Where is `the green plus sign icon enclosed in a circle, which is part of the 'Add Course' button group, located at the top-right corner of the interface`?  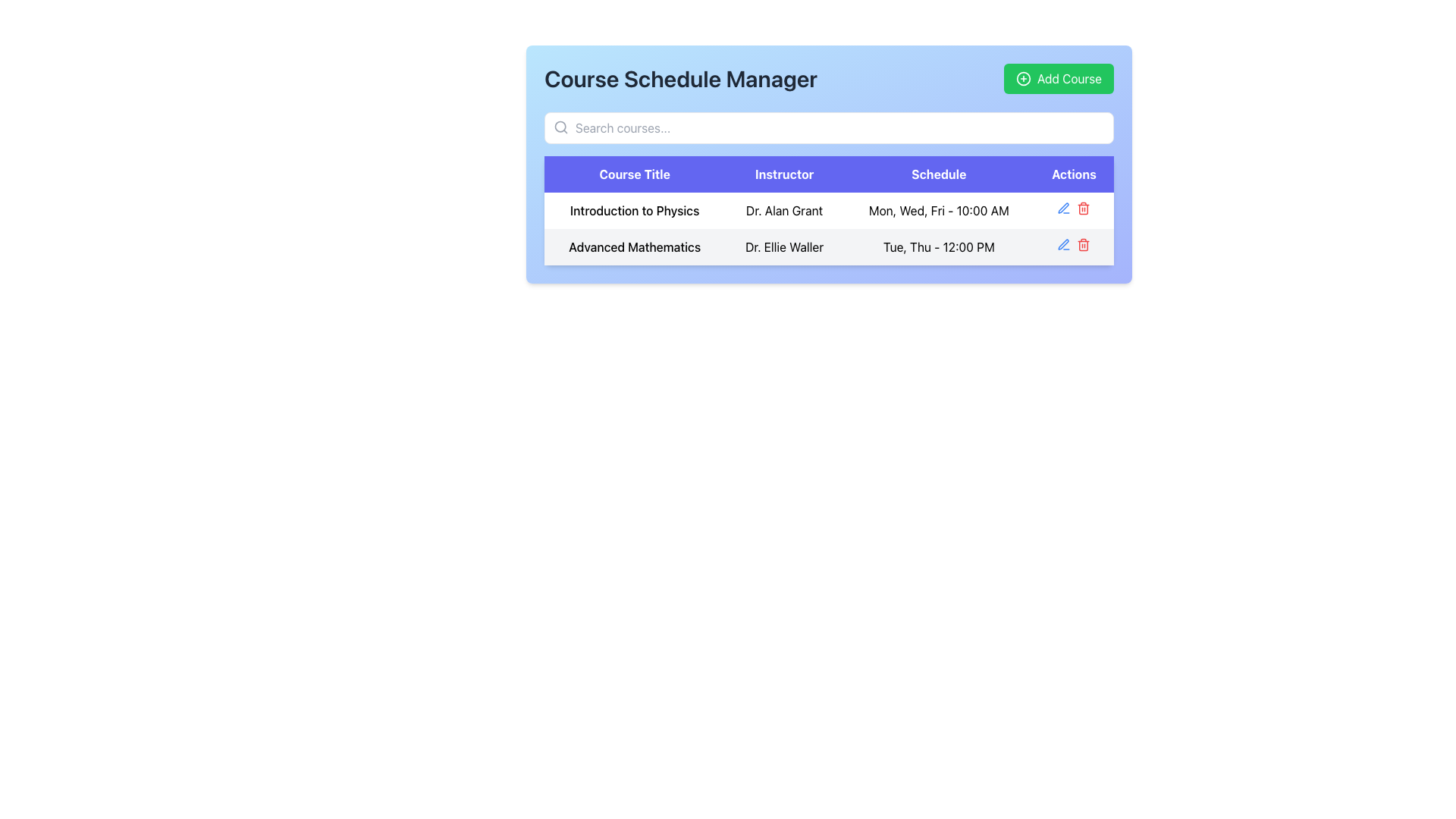
the green plus sign icon enclosed in a circle, which is part of the 'Add Course' button group, located at the top-right corner of the interface is located at coordinates (1023, 79).